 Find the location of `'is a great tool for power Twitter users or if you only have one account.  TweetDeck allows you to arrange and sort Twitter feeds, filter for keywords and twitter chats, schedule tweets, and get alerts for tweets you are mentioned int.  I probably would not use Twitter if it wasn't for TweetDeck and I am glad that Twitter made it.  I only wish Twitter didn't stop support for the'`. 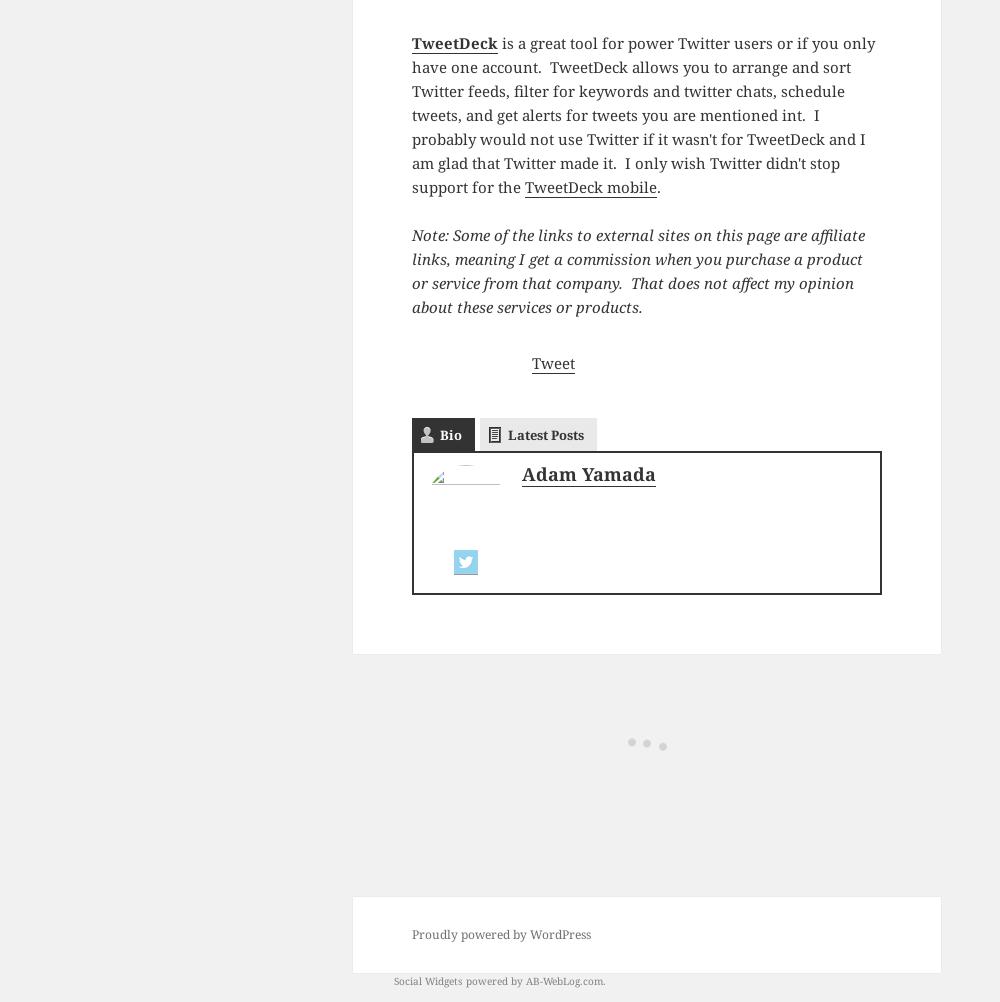

'is a great tool for power Twitter users or if you only have one account.  TweetDeck allows you to arrange and sort Twitter feeds, filter for keywords and twitter chats, schedule tweets, and get alerts for tweets you are mentioned int.  I probably would not use Twitter if it wasn't for TweetDeck and I am glad that Twitter made it.  I only wish Twitter didn't stop support for the' is located at coordinates (642, 113).